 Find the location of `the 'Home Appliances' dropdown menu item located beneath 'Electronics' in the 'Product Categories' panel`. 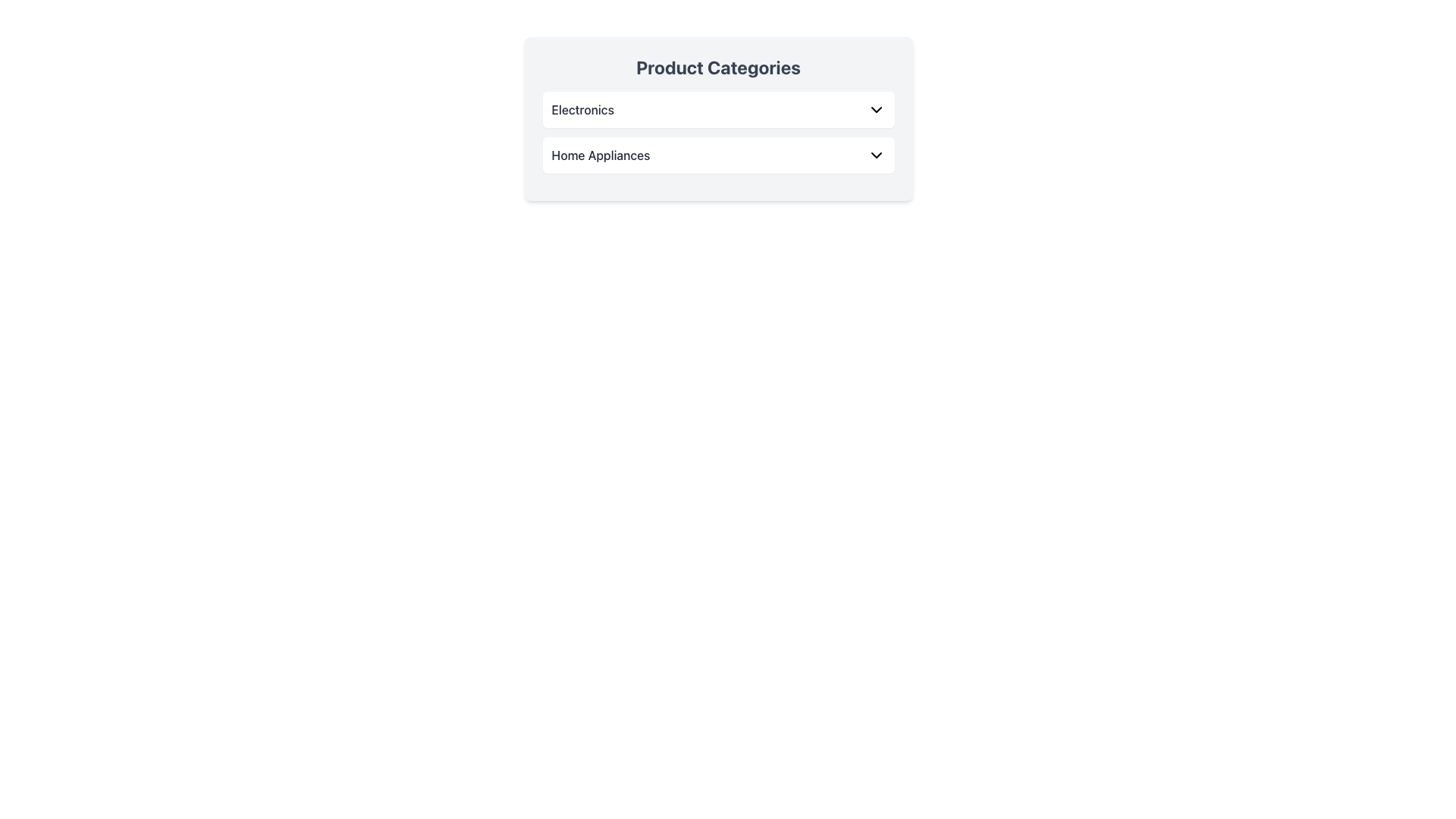

the 'Home Appliances' dropdown menu item located beneath 'Electronics' in the 'Product Categories' panel is located at coordinates (717, 155).